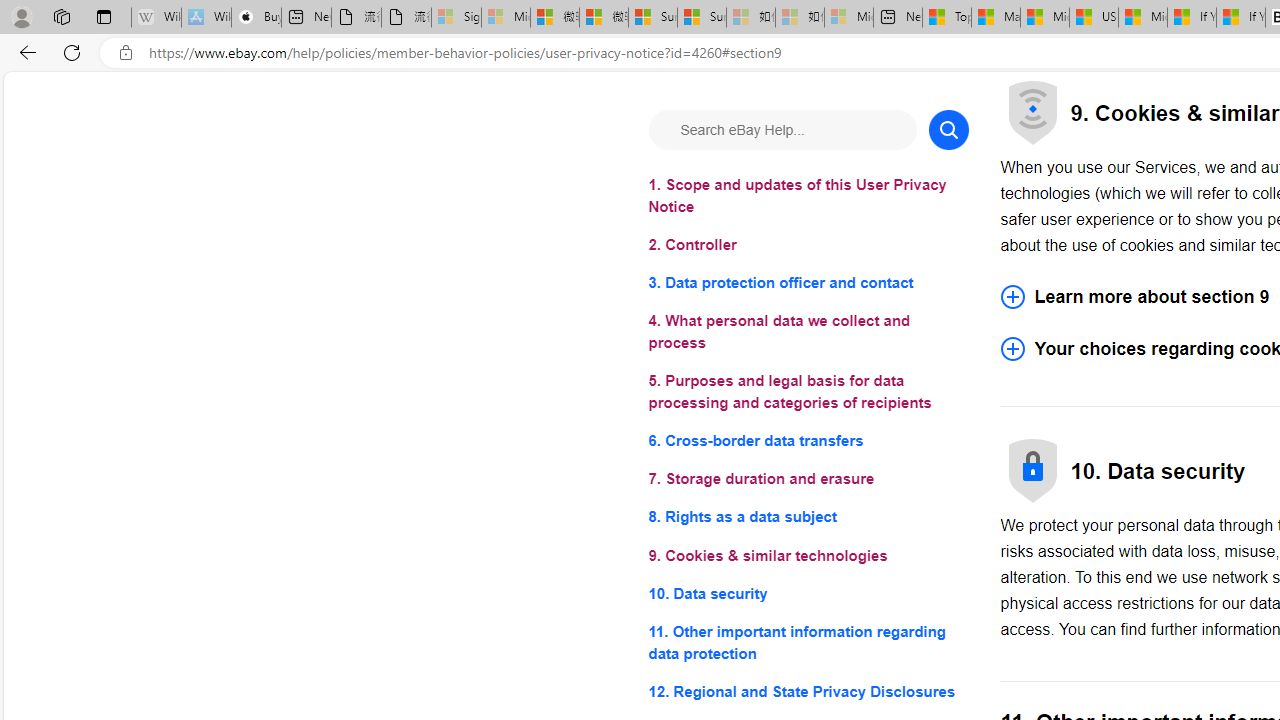 Image resolution: width=1280 pixels, height=720 pixels. What do you see at coordinates (808, 592) in the screenshot?
I see `'10. Data security'` at bounding box center [808, 592].